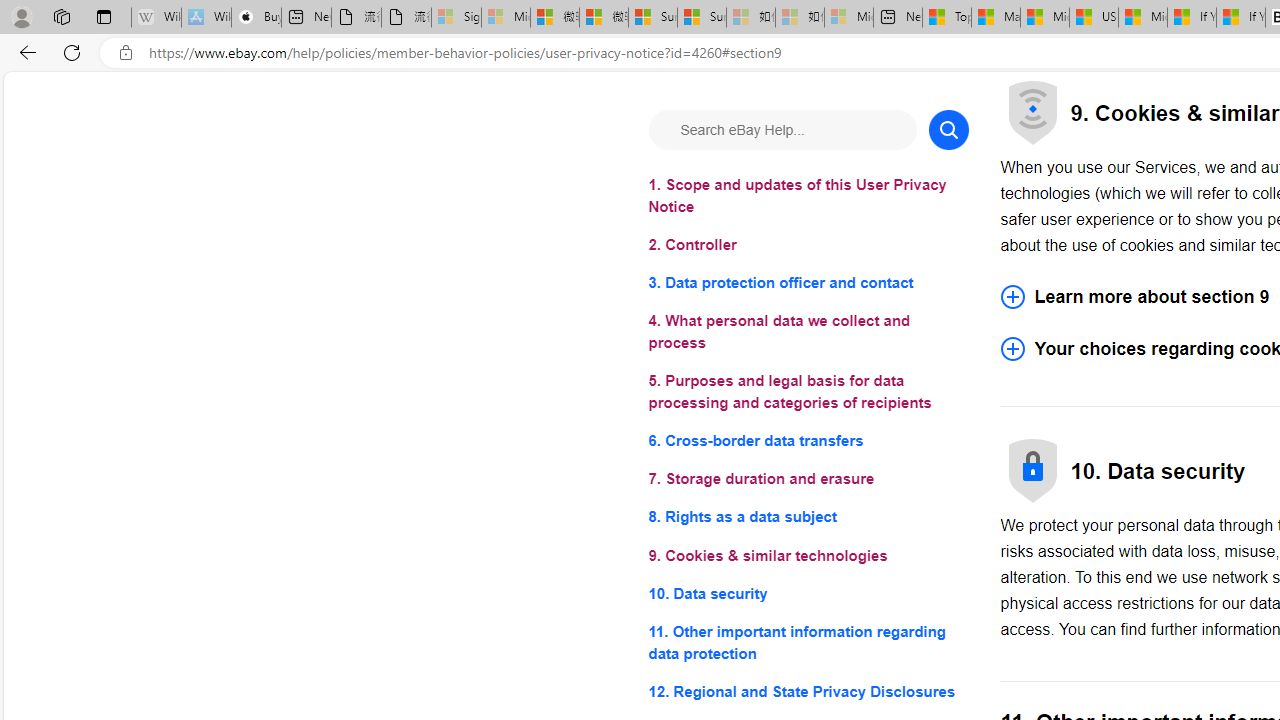 Image resolution: width=1280 pixels, height=720 pixels. What do you see at coordinates (808, 592) in the screenshot?
I see `'10. Data security'` at bounding box center [808, 592].